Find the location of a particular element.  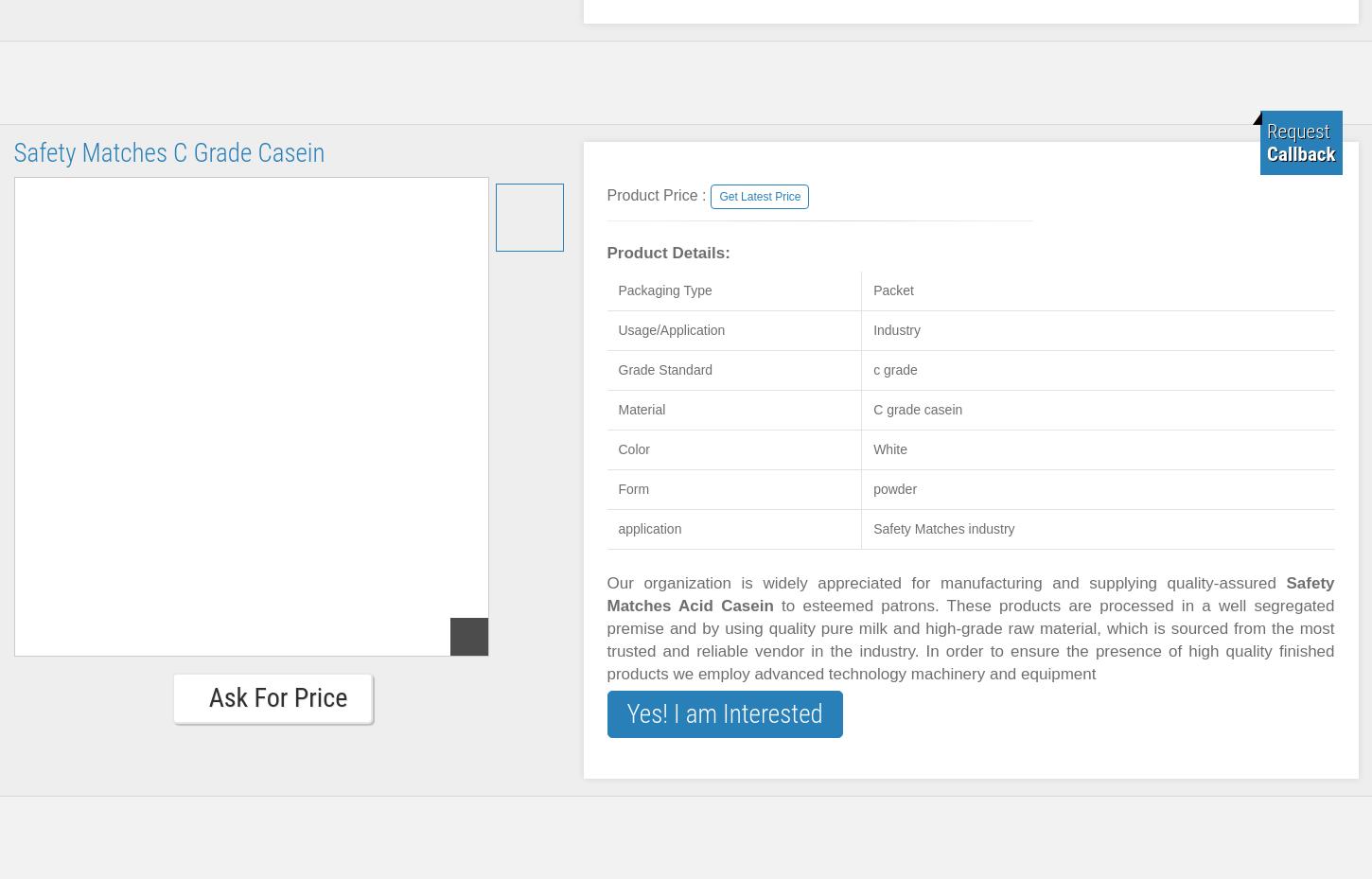

'Packaging Type' is located at coordinates (663, 290).